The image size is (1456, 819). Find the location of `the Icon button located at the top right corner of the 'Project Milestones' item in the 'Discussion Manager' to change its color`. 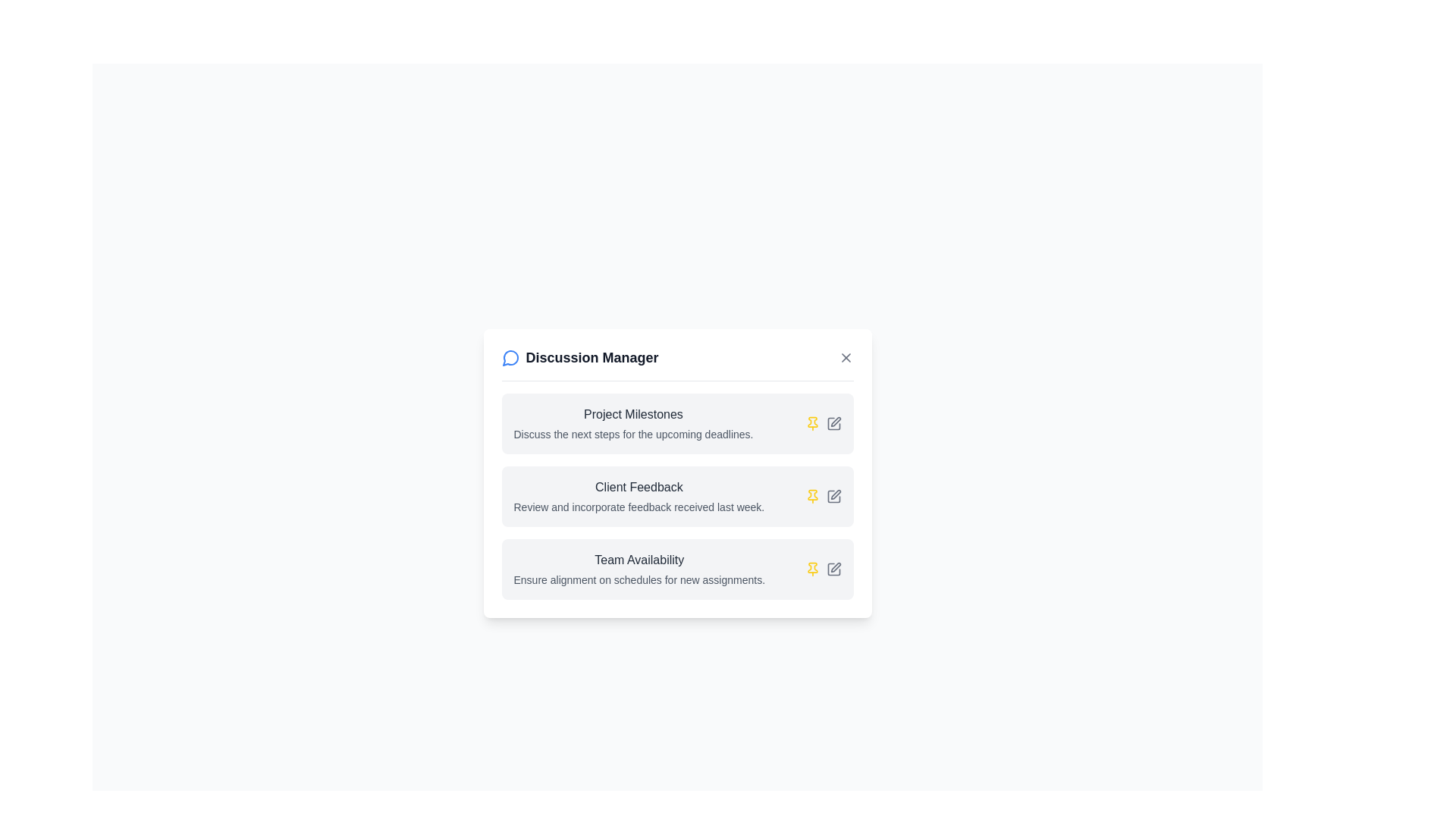

the Icon button located at the top right corner of the 'Project Milestones' item in the 'Discussion Manager' to change its color is located at coordinates (833, 423).